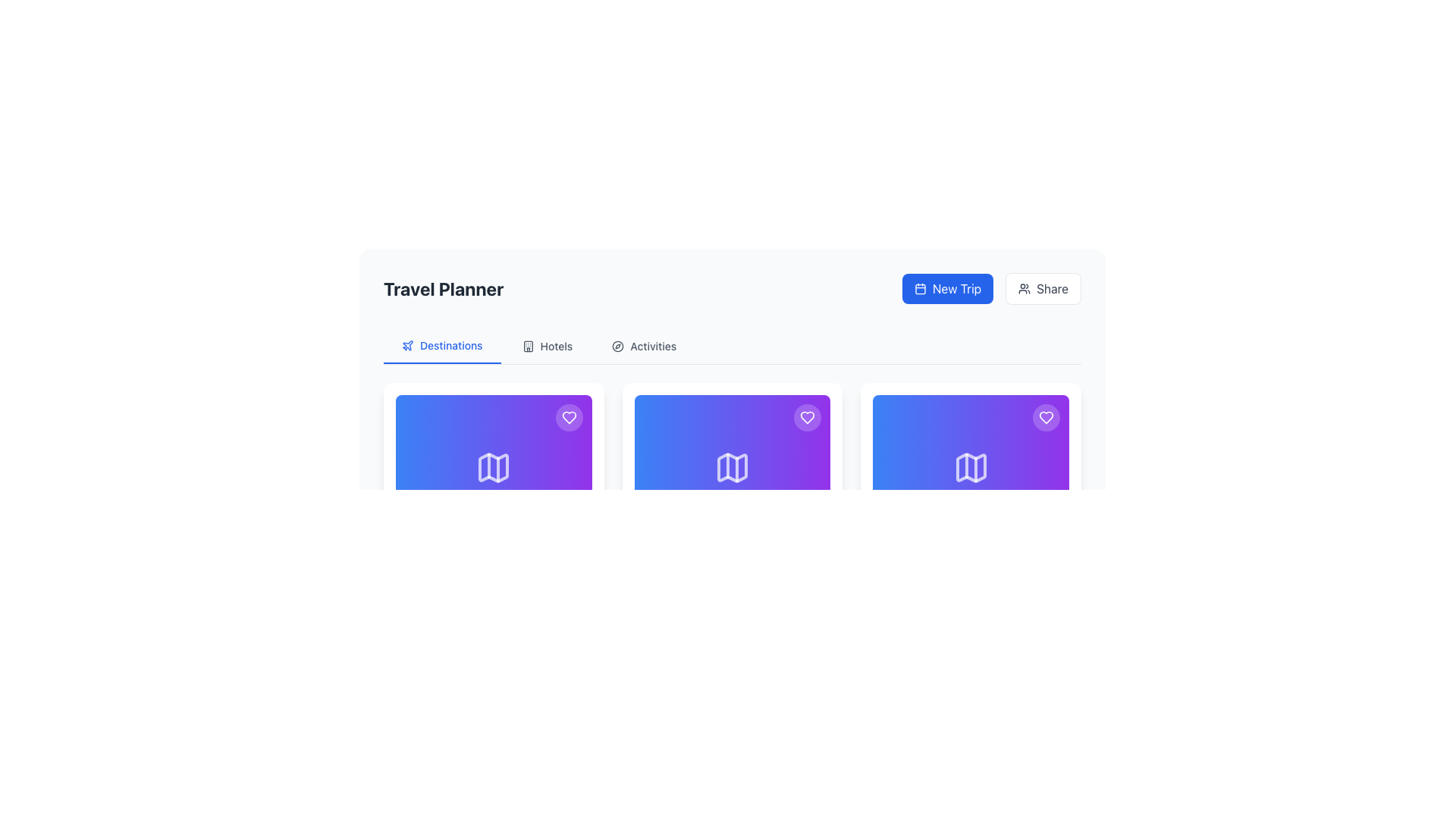 This screenshot has width=1456, height=819. Describe the element at coordinates (528, 346) in the screenshot. I see `the Decorative vector component within the SVG icon located in the top-right portion of the interface` at that location.